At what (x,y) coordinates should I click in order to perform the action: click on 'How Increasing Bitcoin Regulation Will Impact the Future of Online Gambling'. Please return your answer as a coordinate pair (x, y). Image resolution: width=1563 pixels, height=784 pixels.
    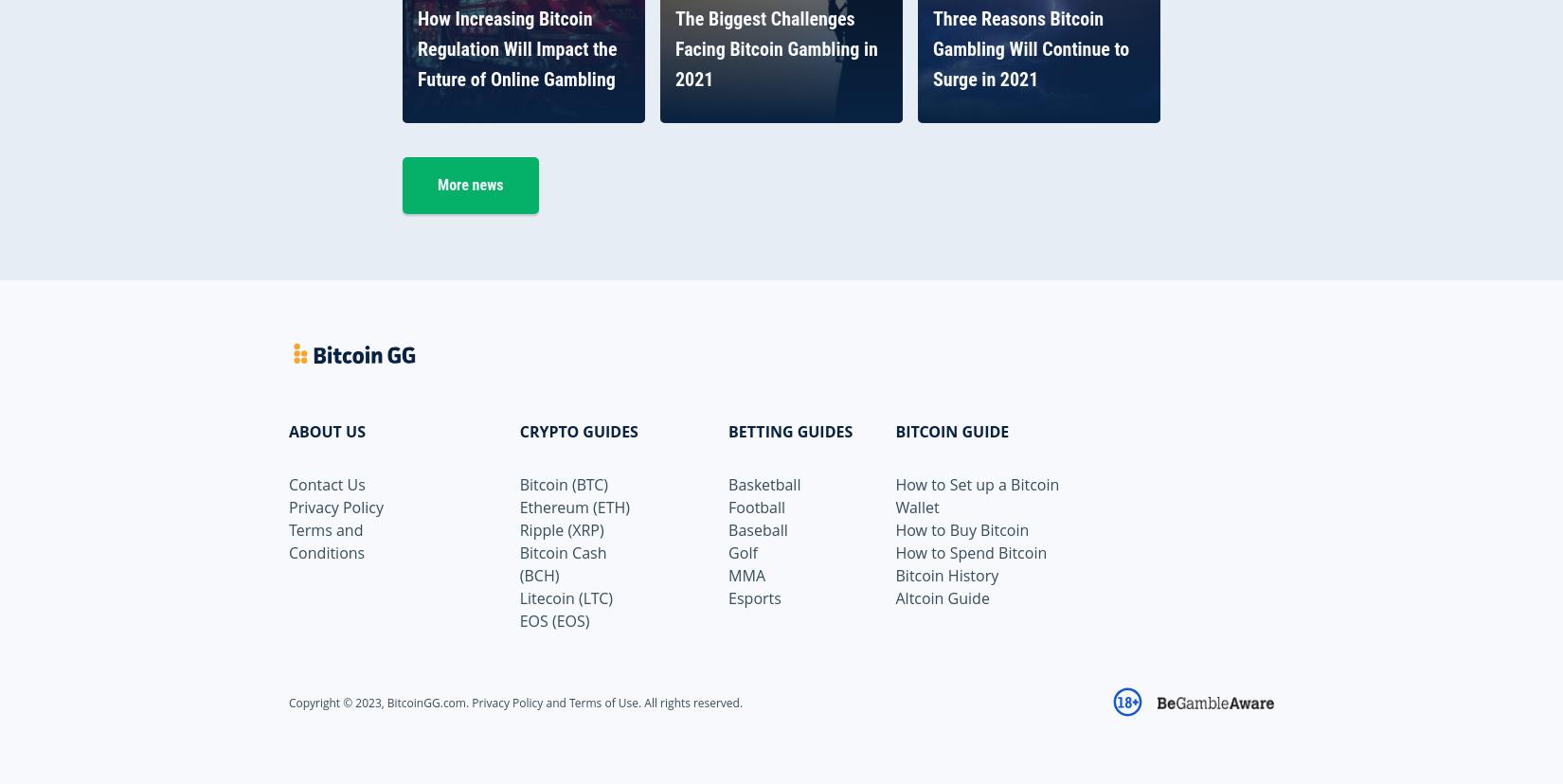
    Looking at the image, I should click on (417, 47).